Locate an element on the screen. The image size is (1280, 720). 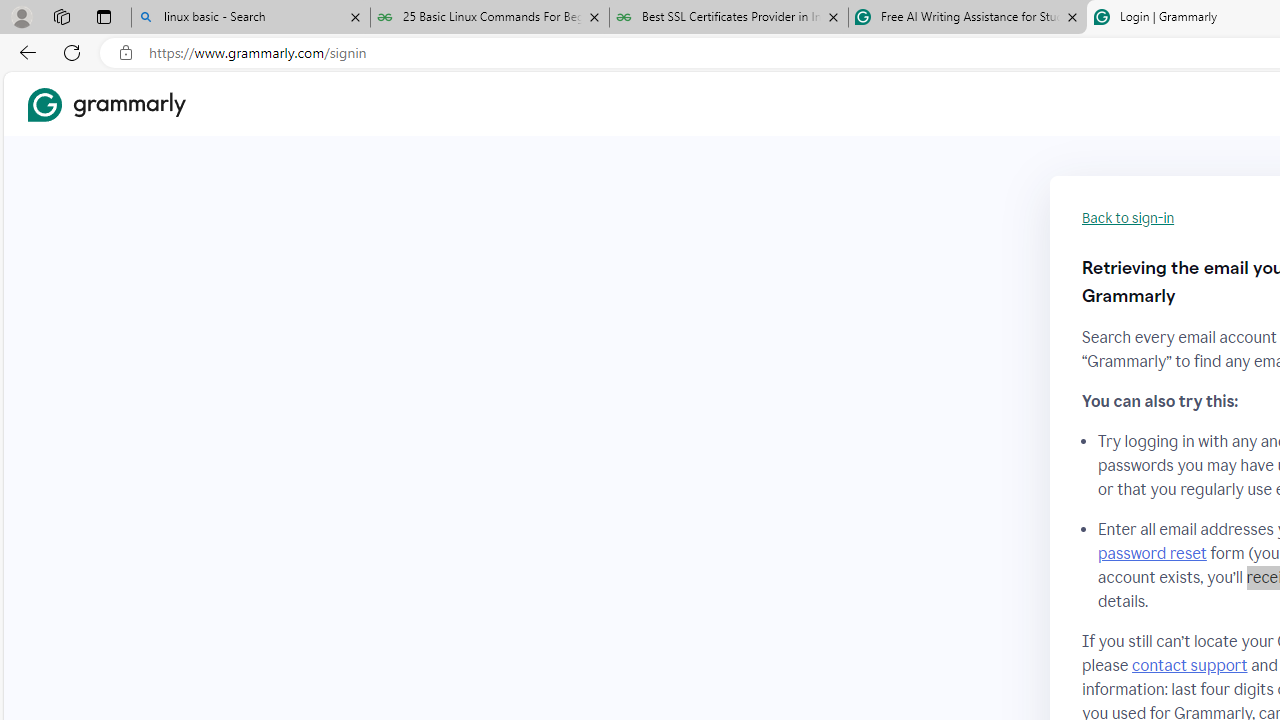
'Free AI Writing Assistance for Students | Grammarly' is located at coordinates (967, 17).